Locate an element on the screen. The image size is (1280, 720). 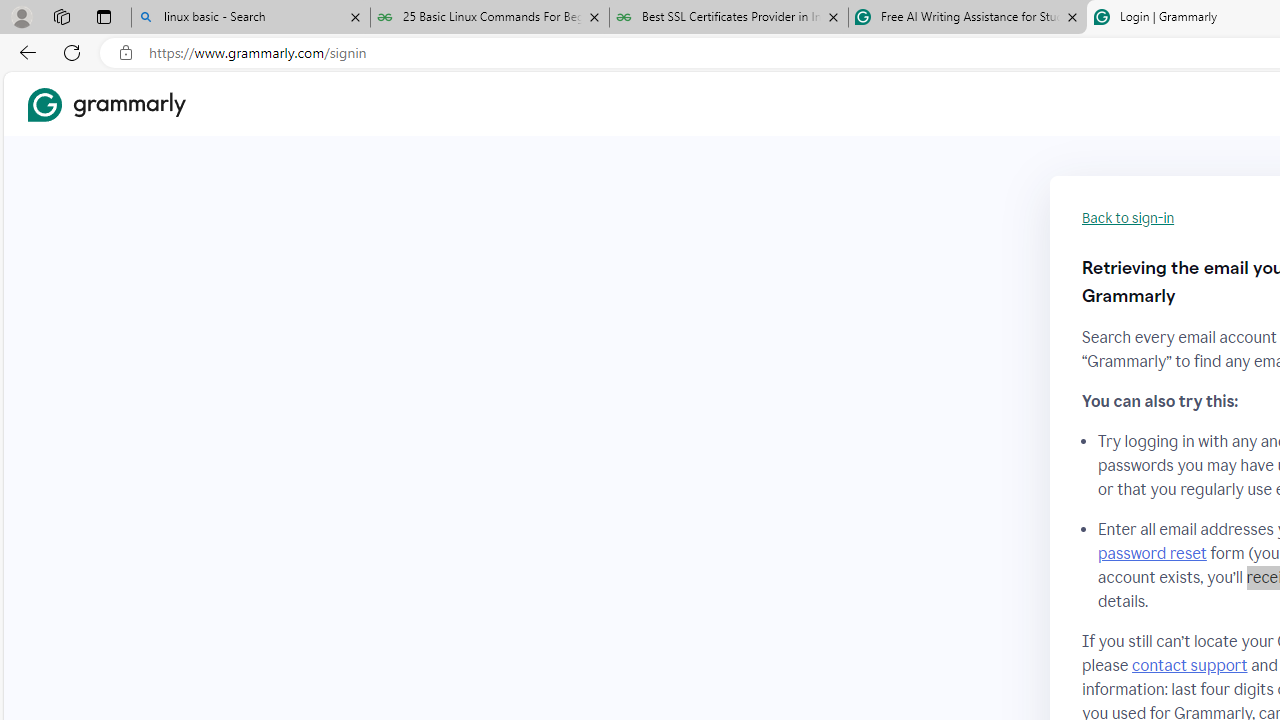
'Free AI Writing Assistance for Students | Grammarly' is located at coordinates (967, 17).